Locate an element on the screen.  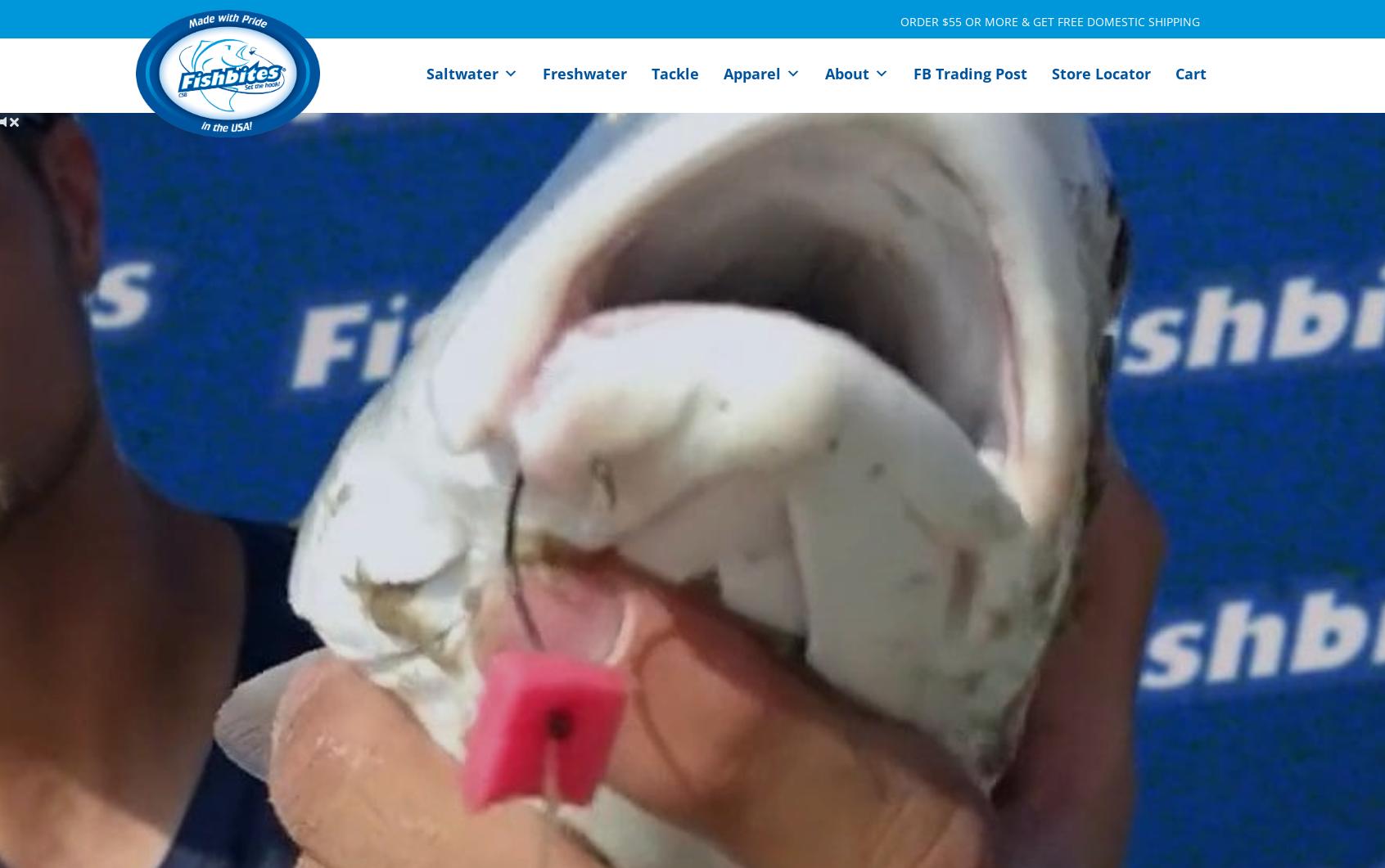
'About' is located at coordinates (846, 73).